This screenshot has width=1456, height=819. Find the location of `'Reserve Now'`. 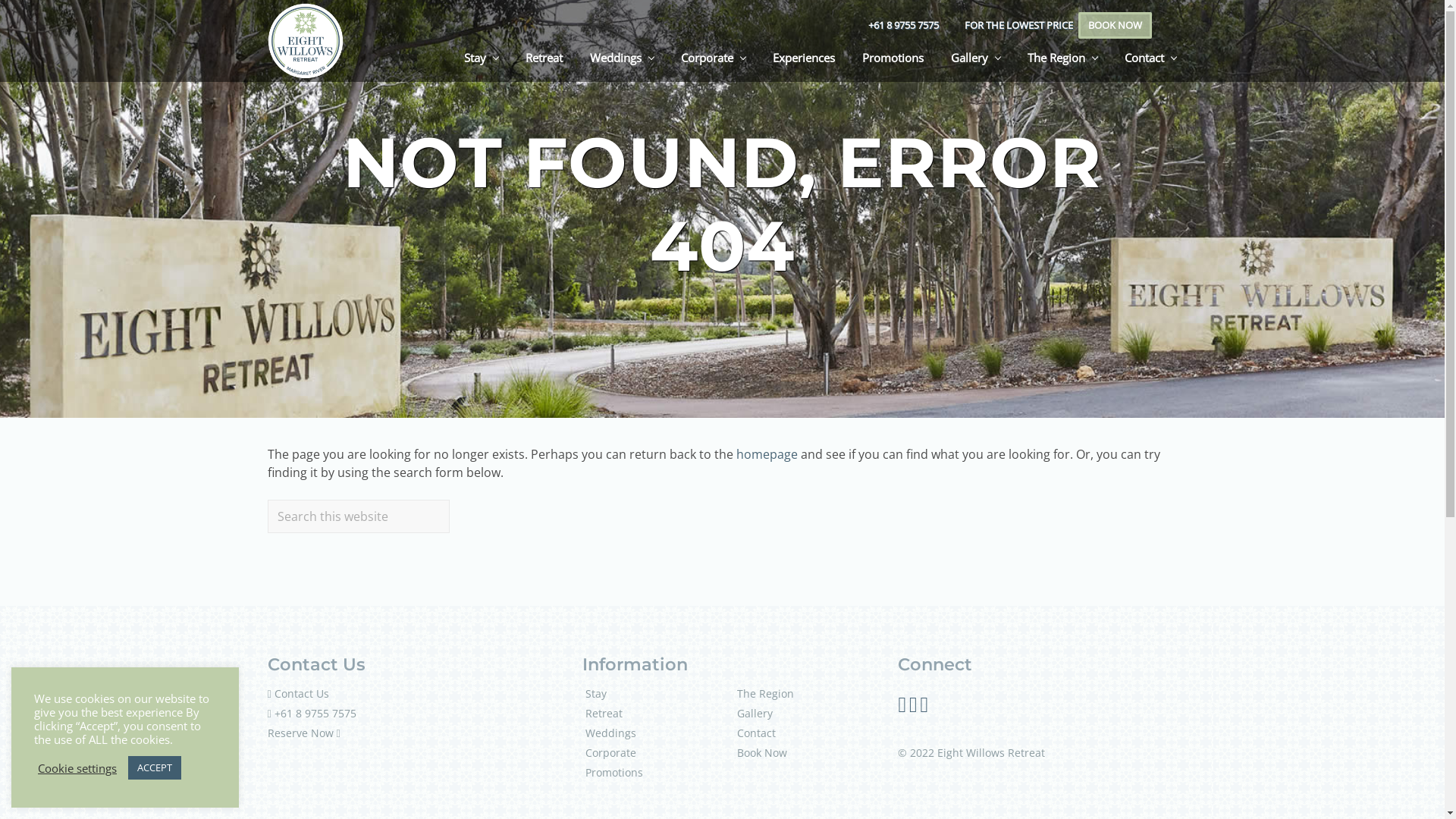

'Reserve Now' is located at coordinates (266, 732).